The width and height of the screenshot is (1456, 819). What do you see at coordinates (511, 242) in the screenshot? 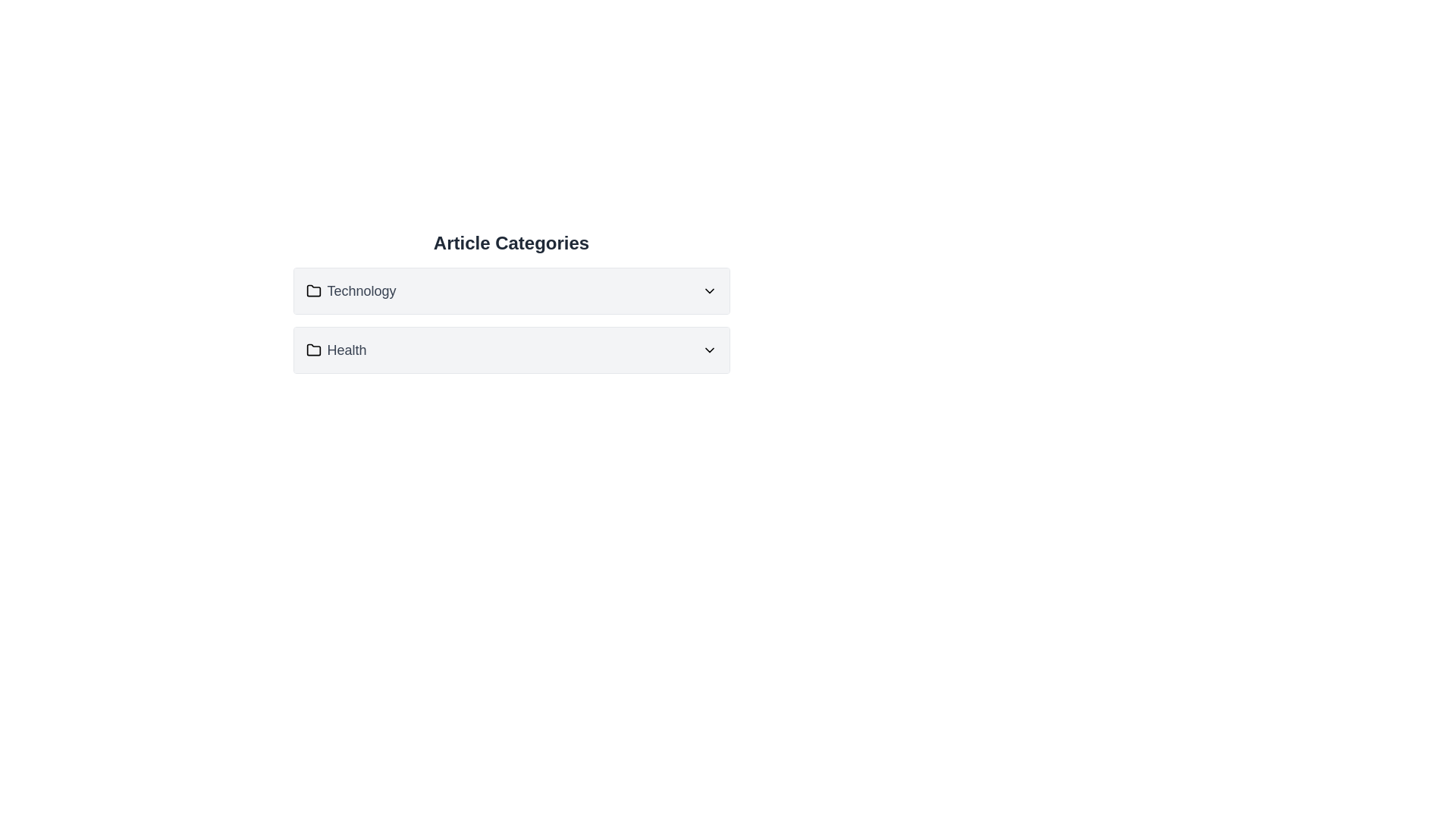
I see `the 'Article Categories' header text, which is a bold and larger font styled in dark gray, located at the top of the content section and centered horizontally` at bounding box center [511, 242].